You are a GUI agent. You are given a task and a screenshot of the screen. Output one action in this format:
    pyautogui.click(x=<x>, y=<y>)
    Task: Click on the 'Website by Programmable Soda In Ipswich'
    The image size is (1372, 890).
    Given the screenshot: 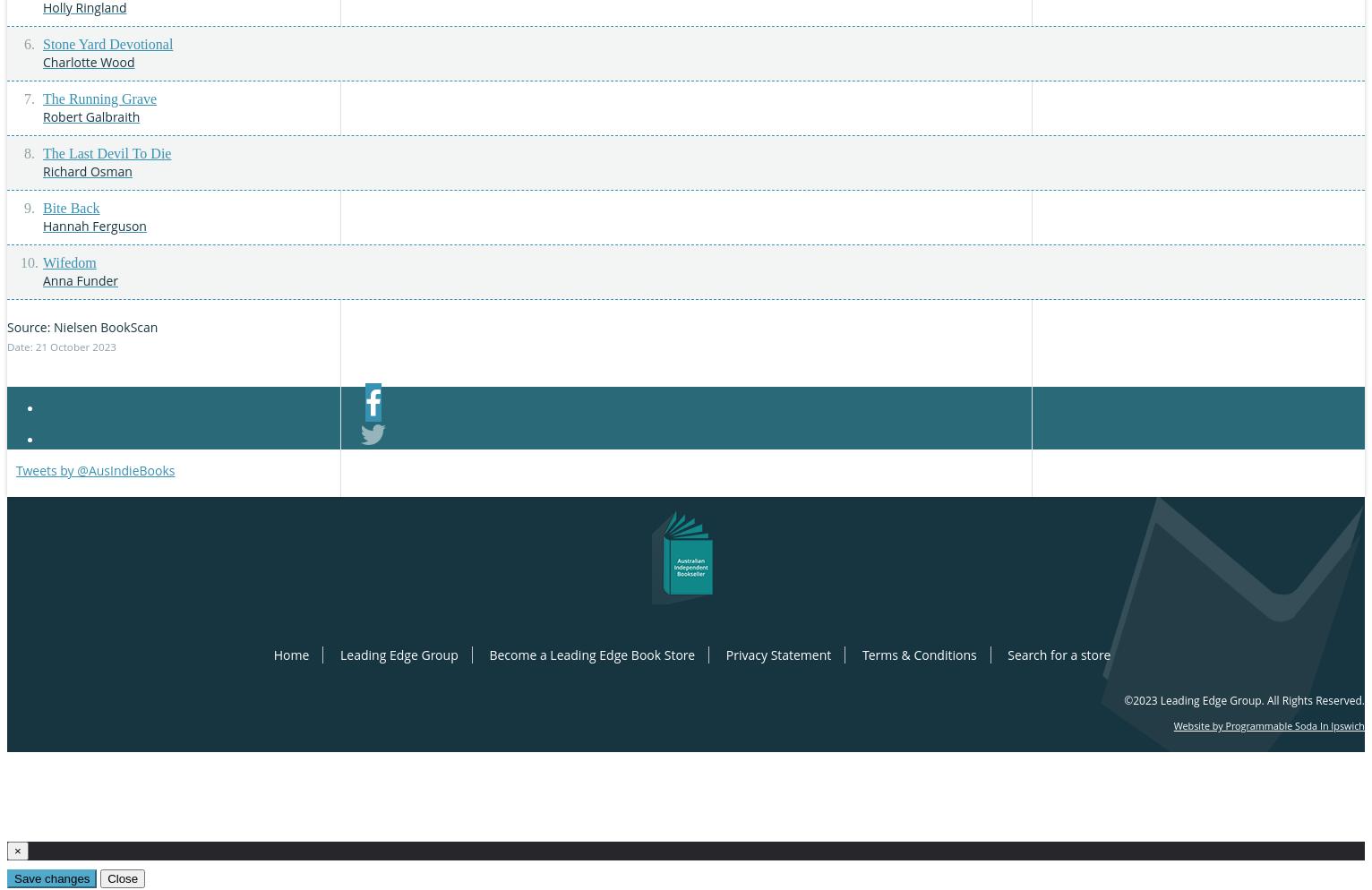 What is the action you would take?
    pyautogui.click(x=1268, y=725)
    